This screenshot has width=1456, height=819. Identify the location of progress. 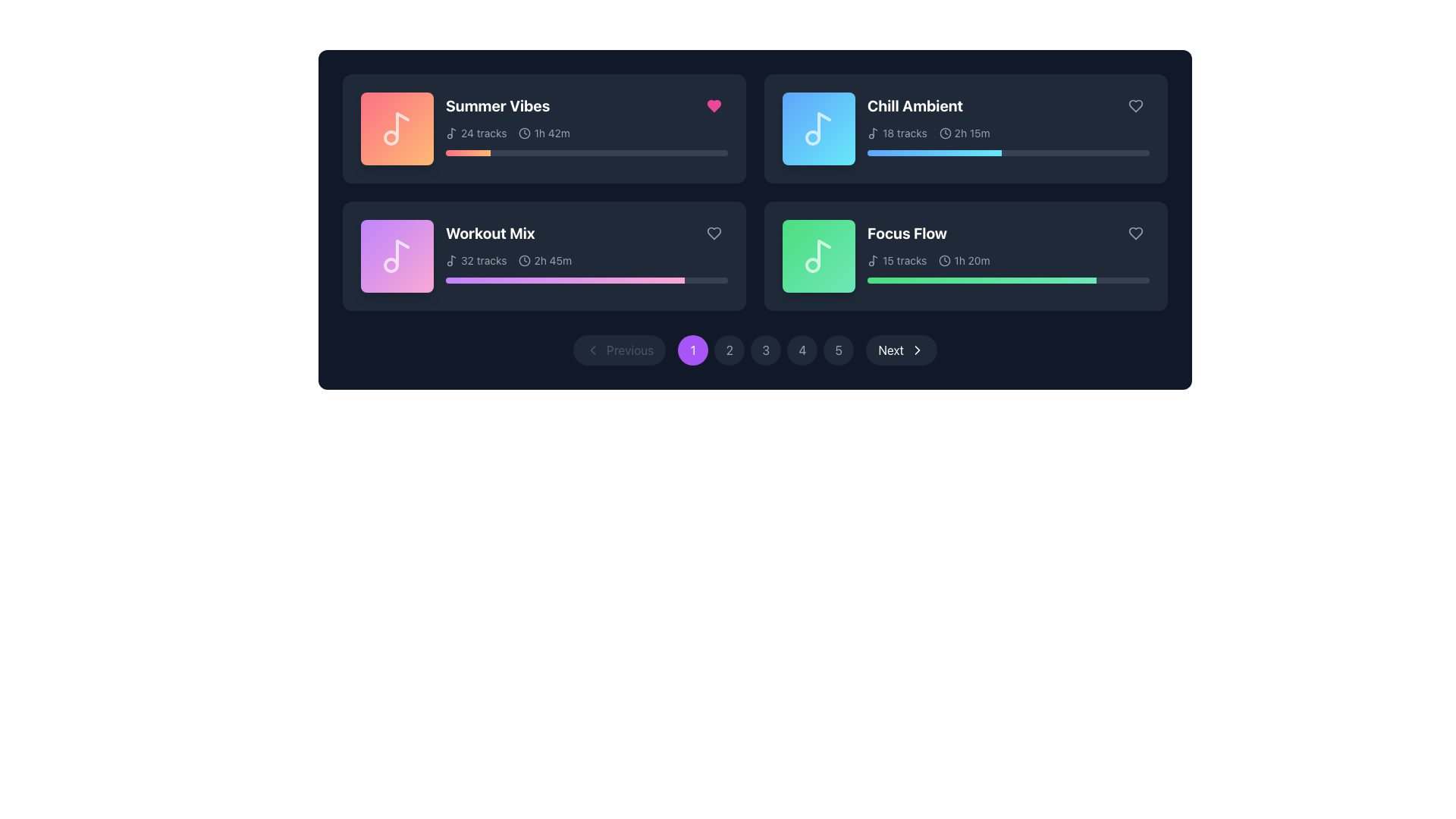
(667, 281).